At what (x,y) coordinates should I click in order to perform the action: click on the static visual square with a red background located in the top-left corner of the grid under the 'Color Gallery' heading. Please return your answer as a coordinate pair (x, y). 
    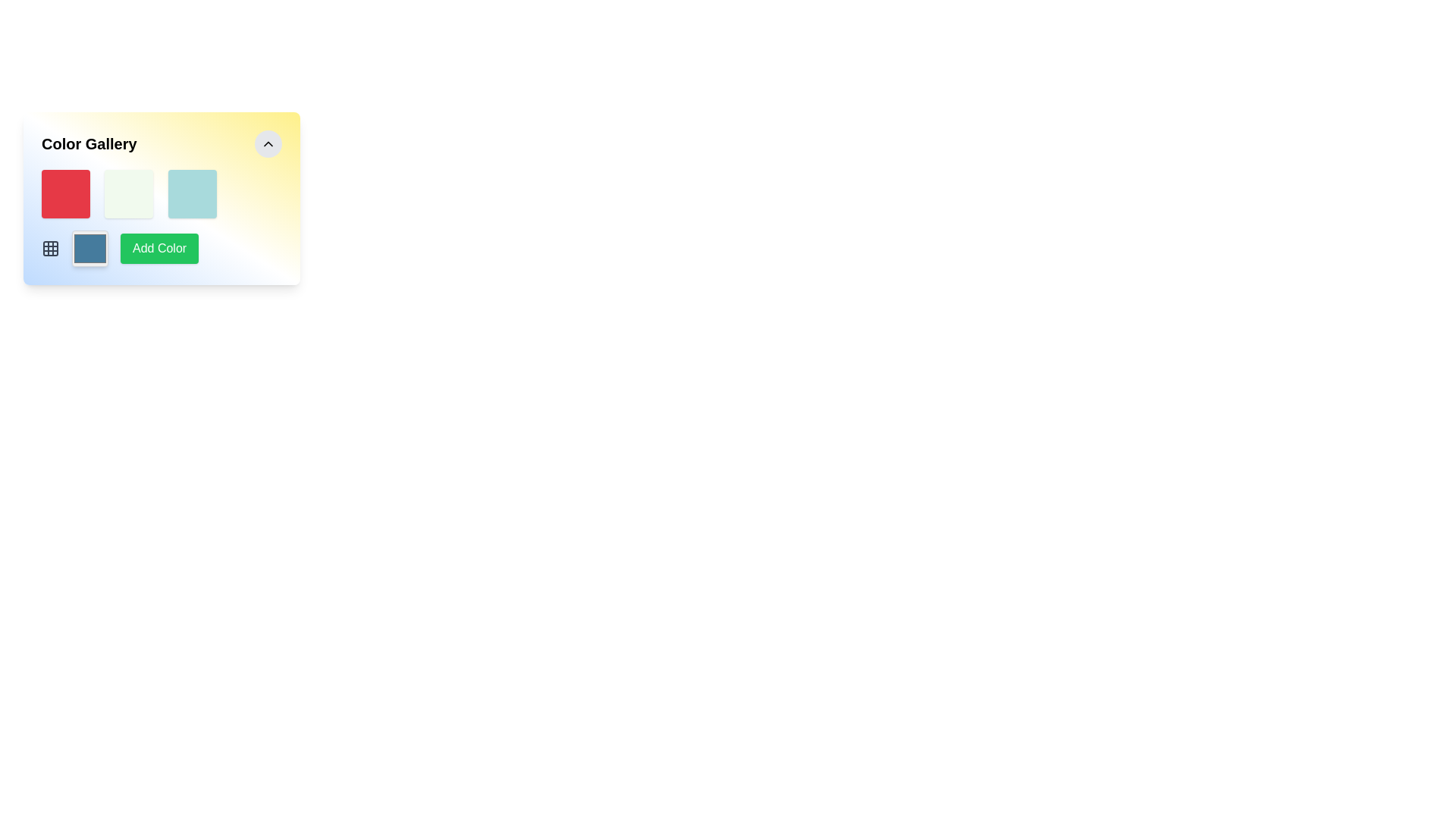
    Looking at the image, I should click on (64, 193).